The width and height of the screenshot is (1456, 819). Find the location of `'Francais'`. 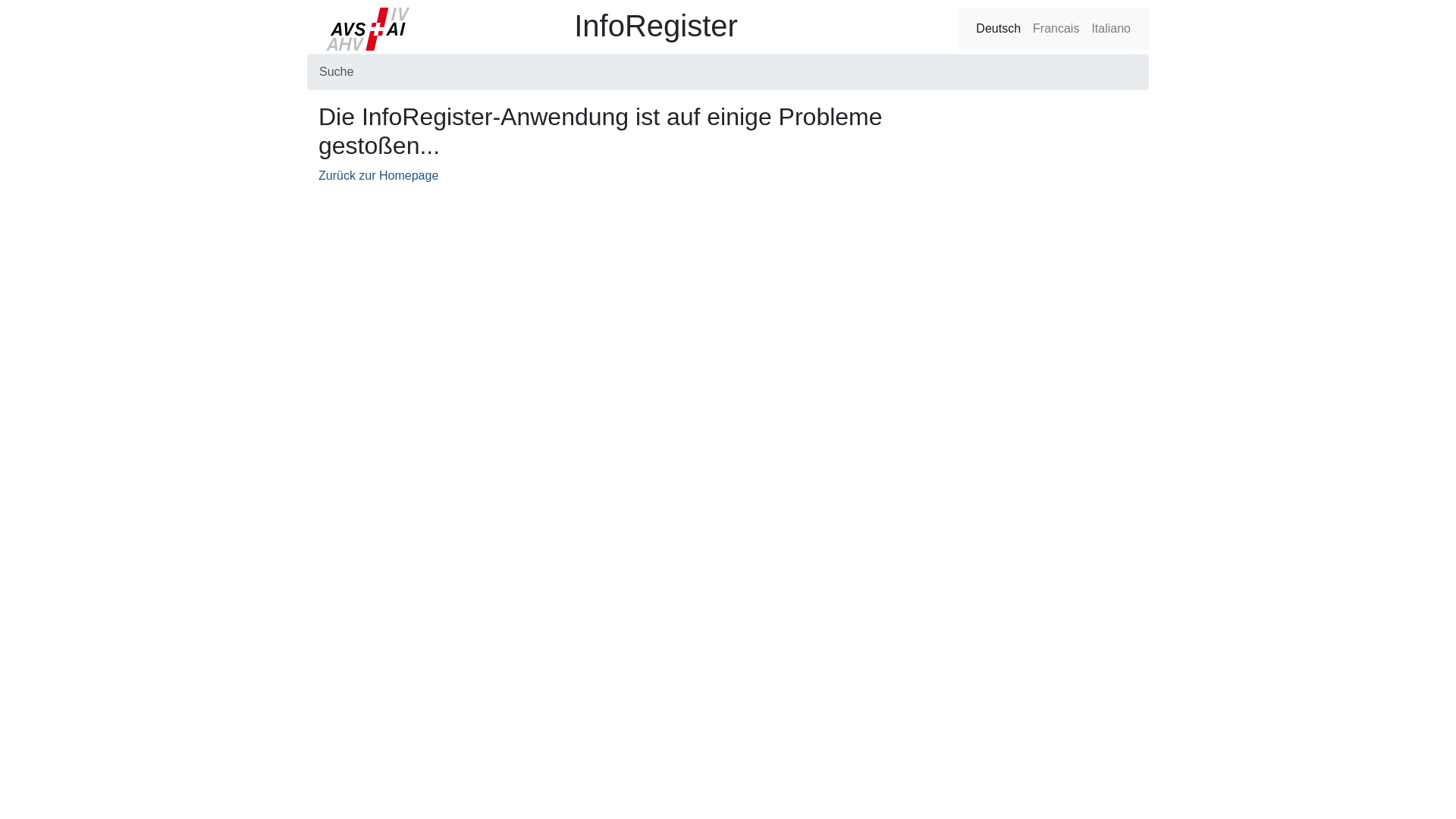

'Francais' is located at coordinates (1055, 29).